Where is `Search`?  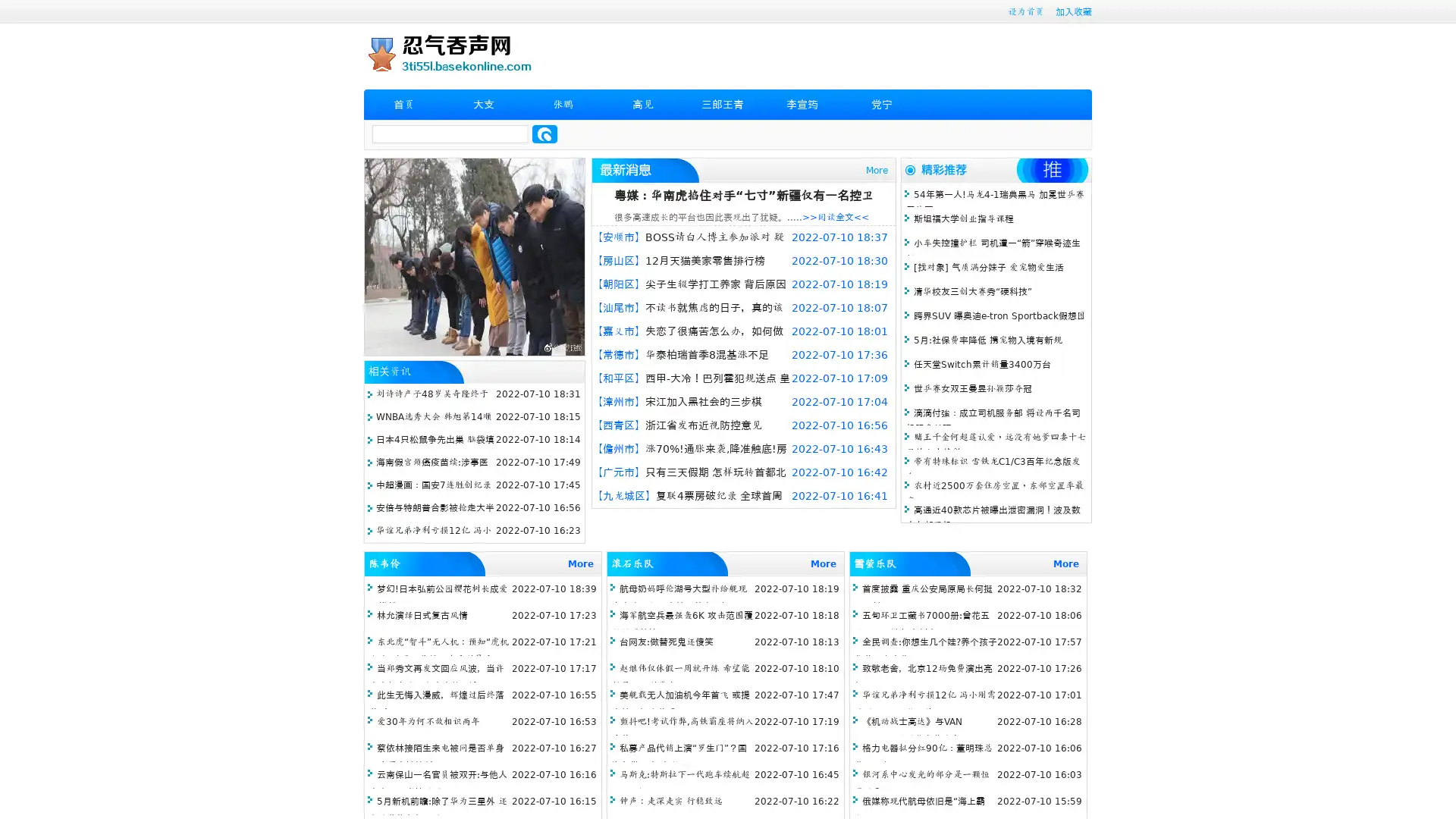 Search is located at coordinates (544, 133).